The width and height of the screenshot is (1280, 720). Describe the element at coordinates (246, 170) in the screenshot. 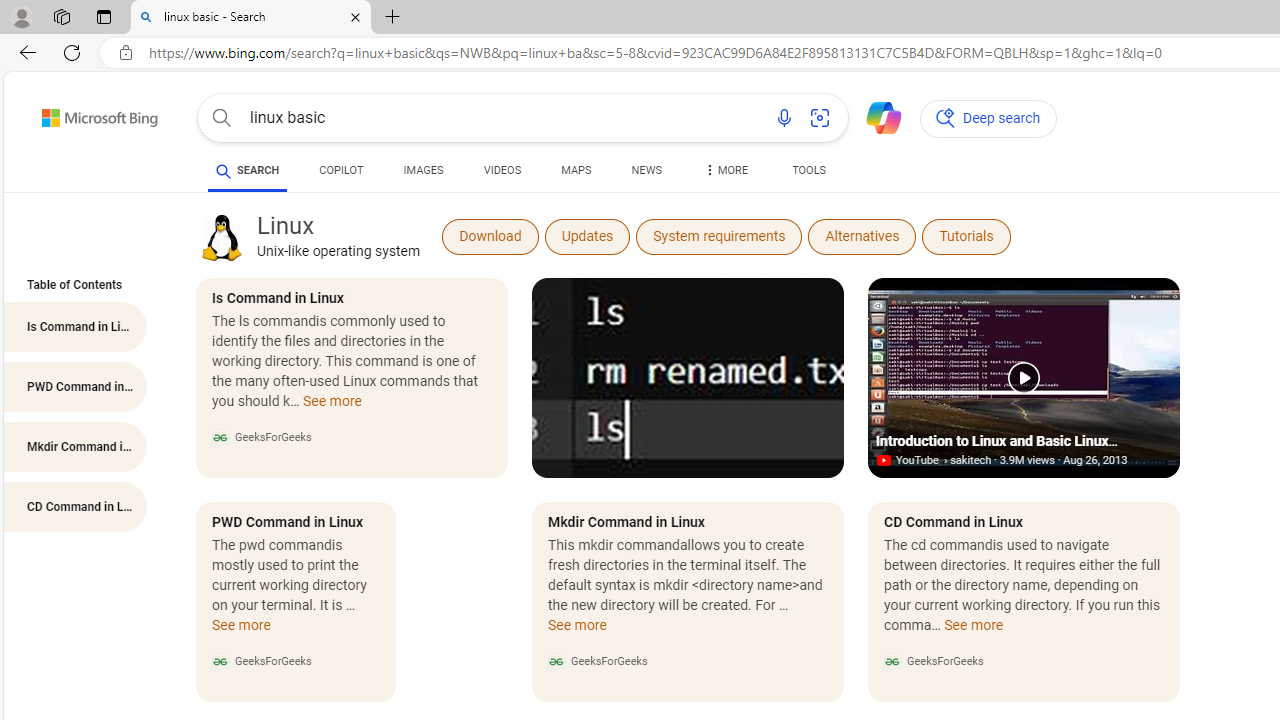

I see `'SEARCH'` at that location.